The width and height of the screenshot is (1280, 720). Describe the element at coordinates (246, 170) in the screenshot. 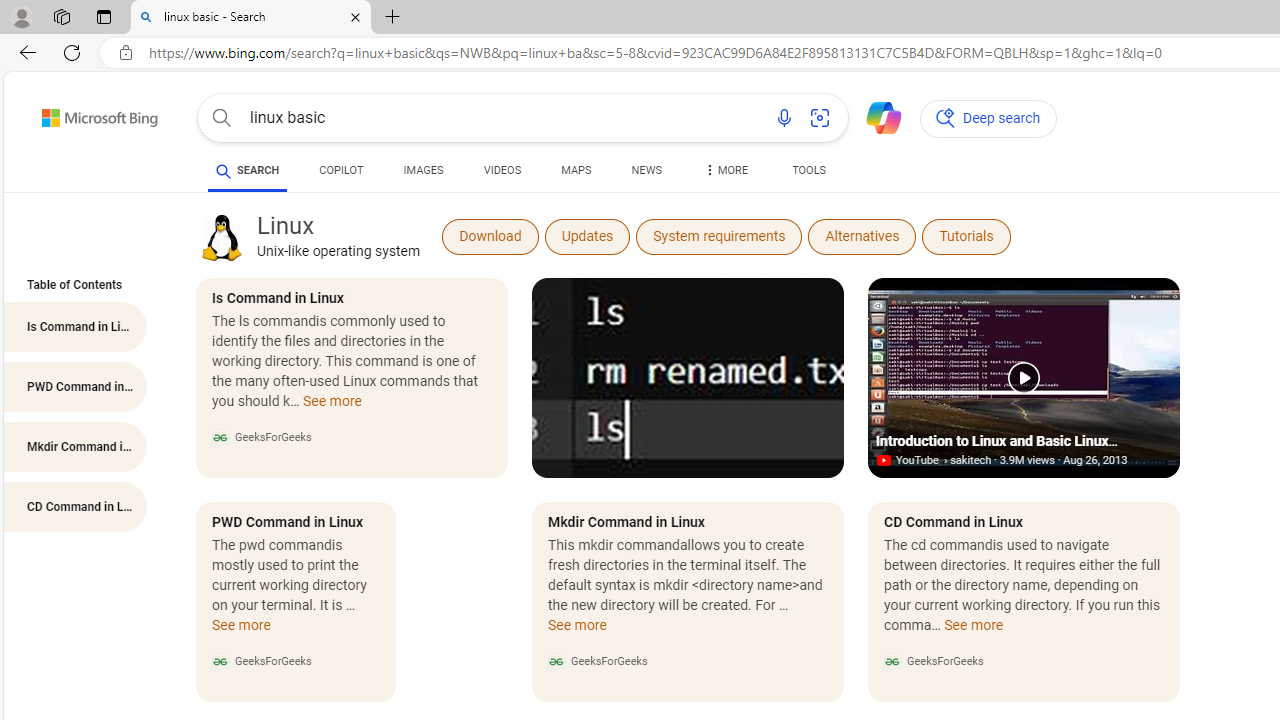

I see `'SEARCH'` at that location.